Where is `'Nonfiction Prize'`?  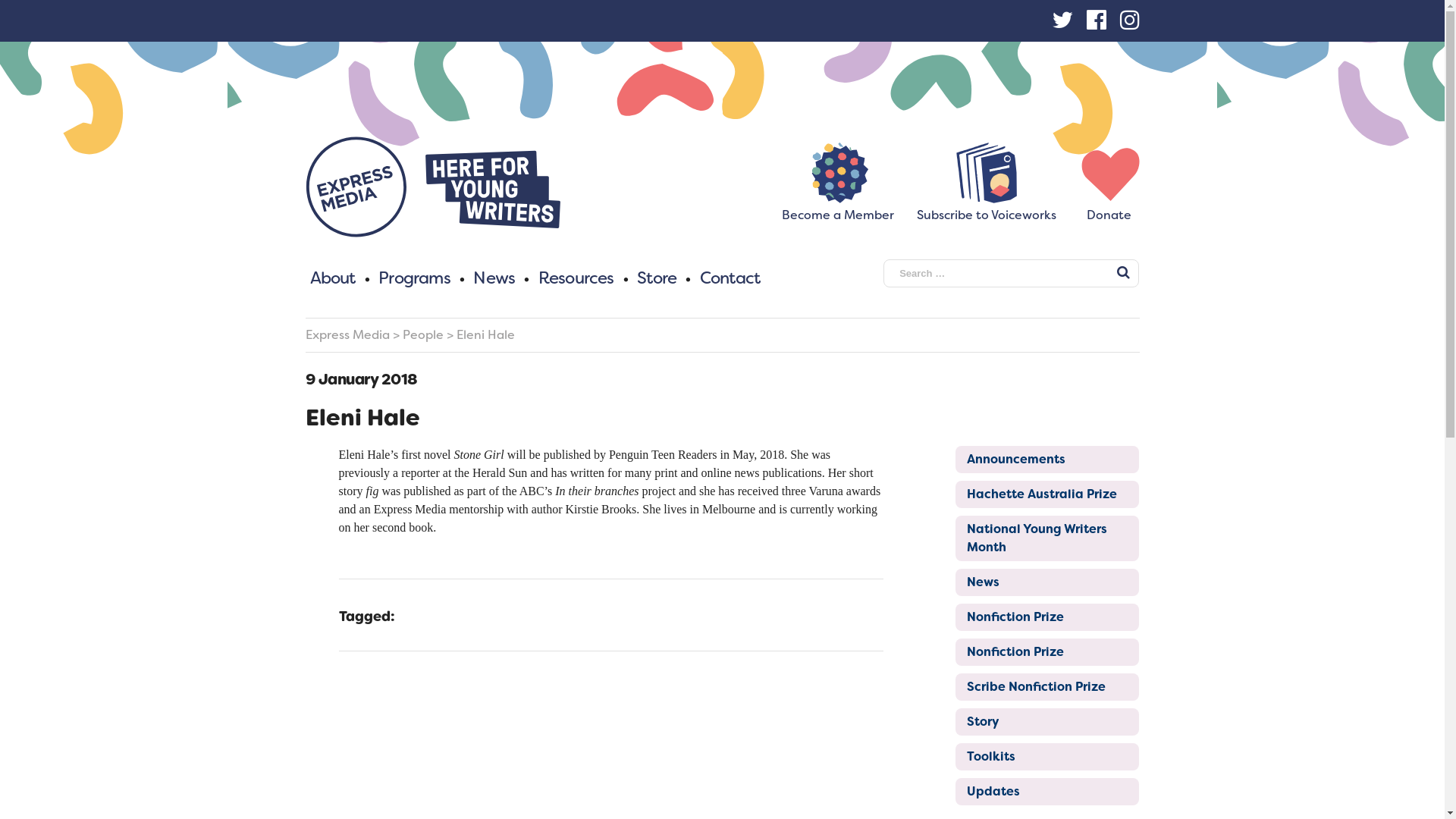
'Nonfiction Prize' is located at coordinates (1046, 651).